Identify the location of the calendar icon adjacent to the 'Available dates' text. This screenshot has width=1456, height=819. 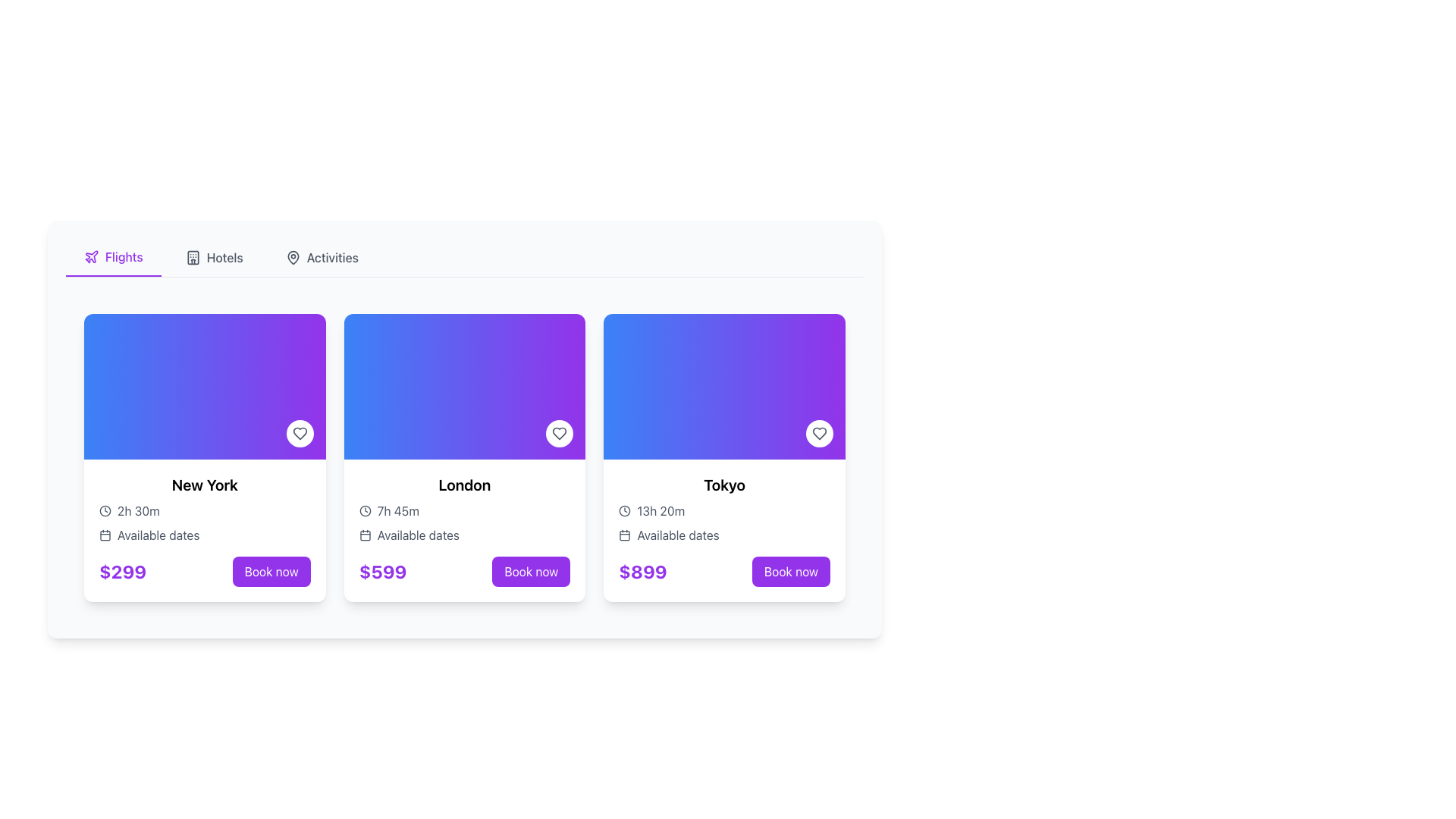
(625, 534).